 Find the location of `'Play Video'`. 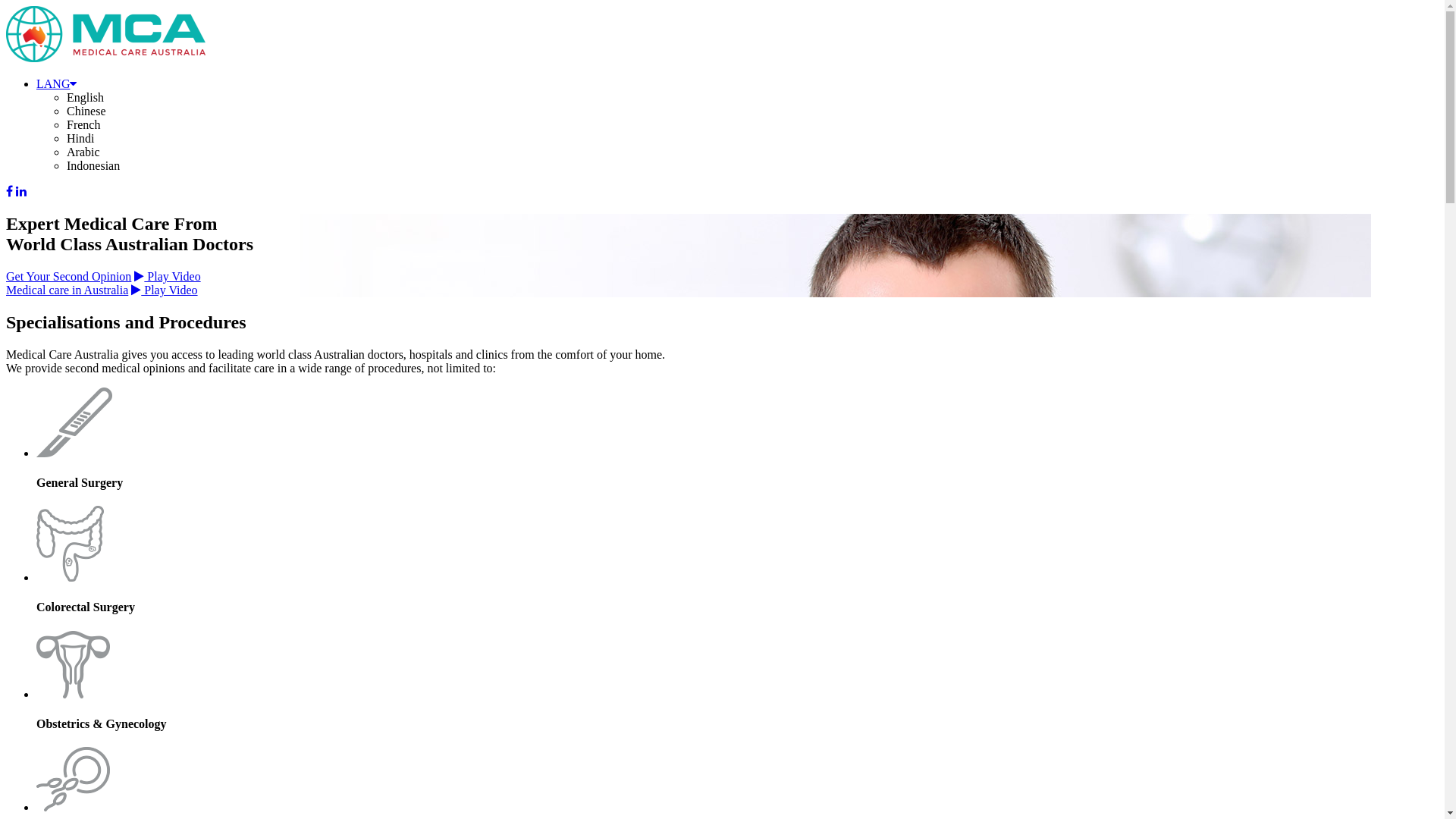

'Play Video' is located at coordinates (167, 276).